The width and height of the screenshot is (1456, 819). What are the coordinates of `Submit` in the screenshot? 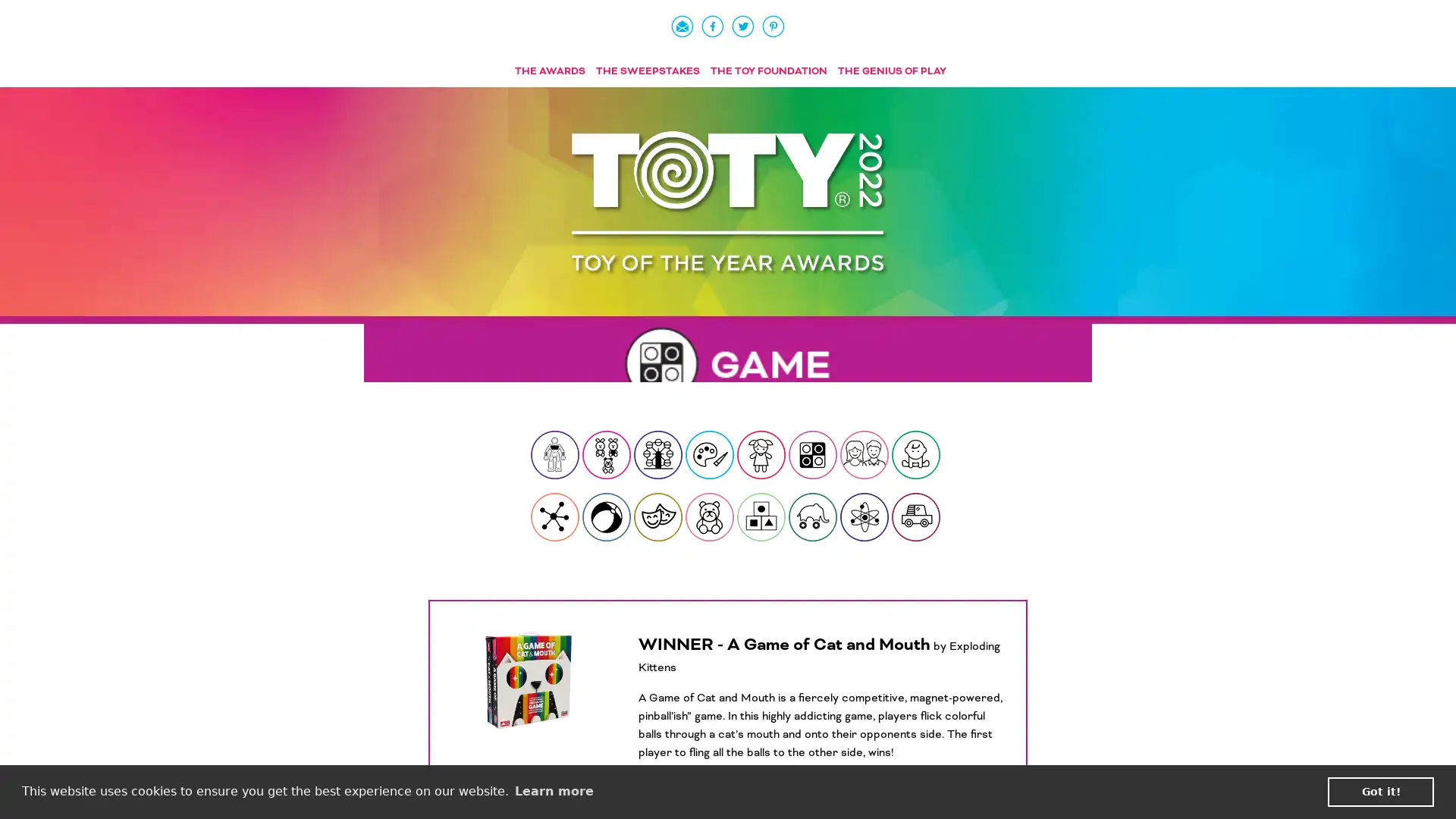 It's located at (864, 516).